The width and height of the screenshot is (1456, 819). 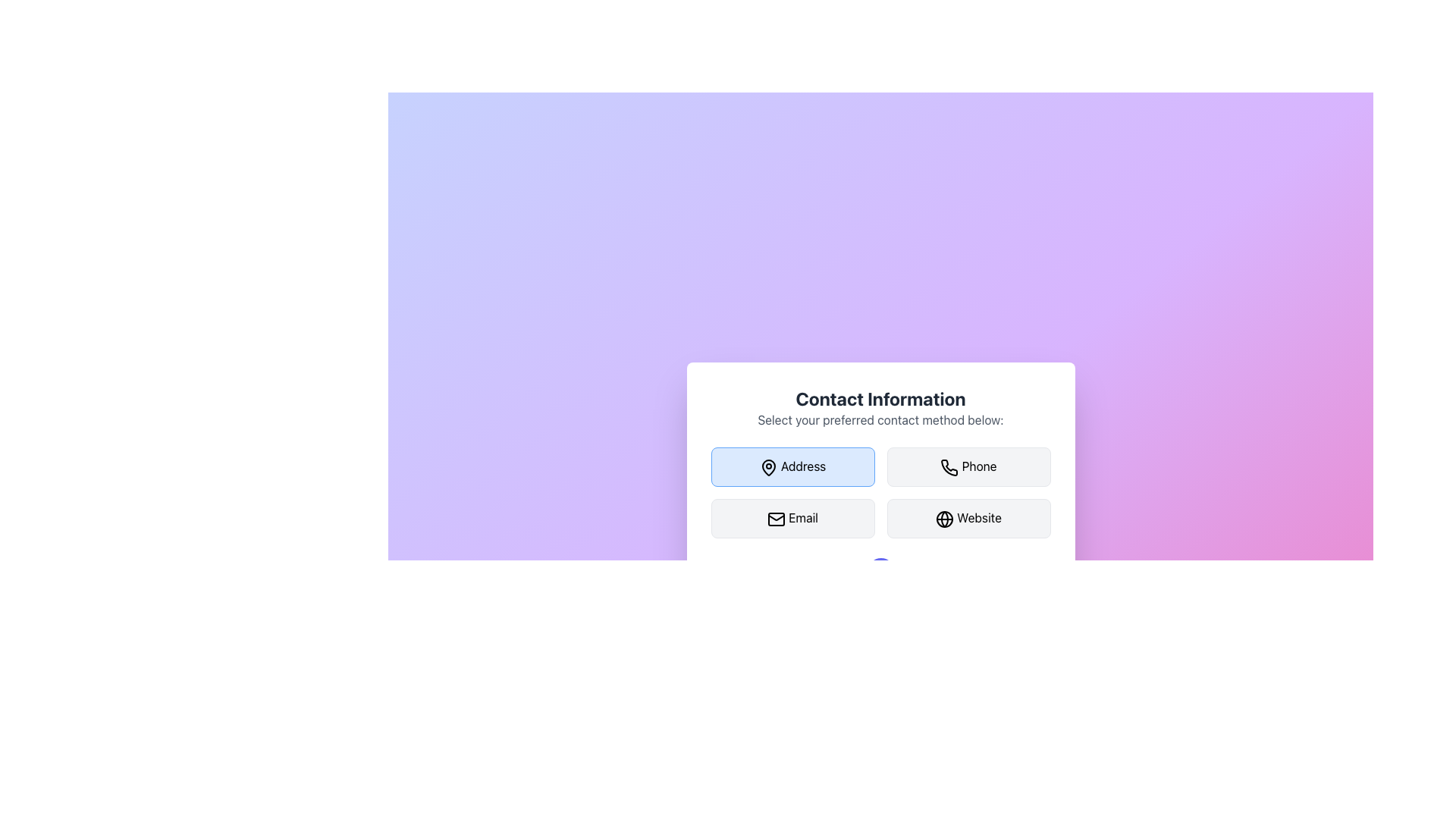 I want to click on the rectangular button with a light gray background and a globe icon labeled 'Website', so click(x=968, y=517).